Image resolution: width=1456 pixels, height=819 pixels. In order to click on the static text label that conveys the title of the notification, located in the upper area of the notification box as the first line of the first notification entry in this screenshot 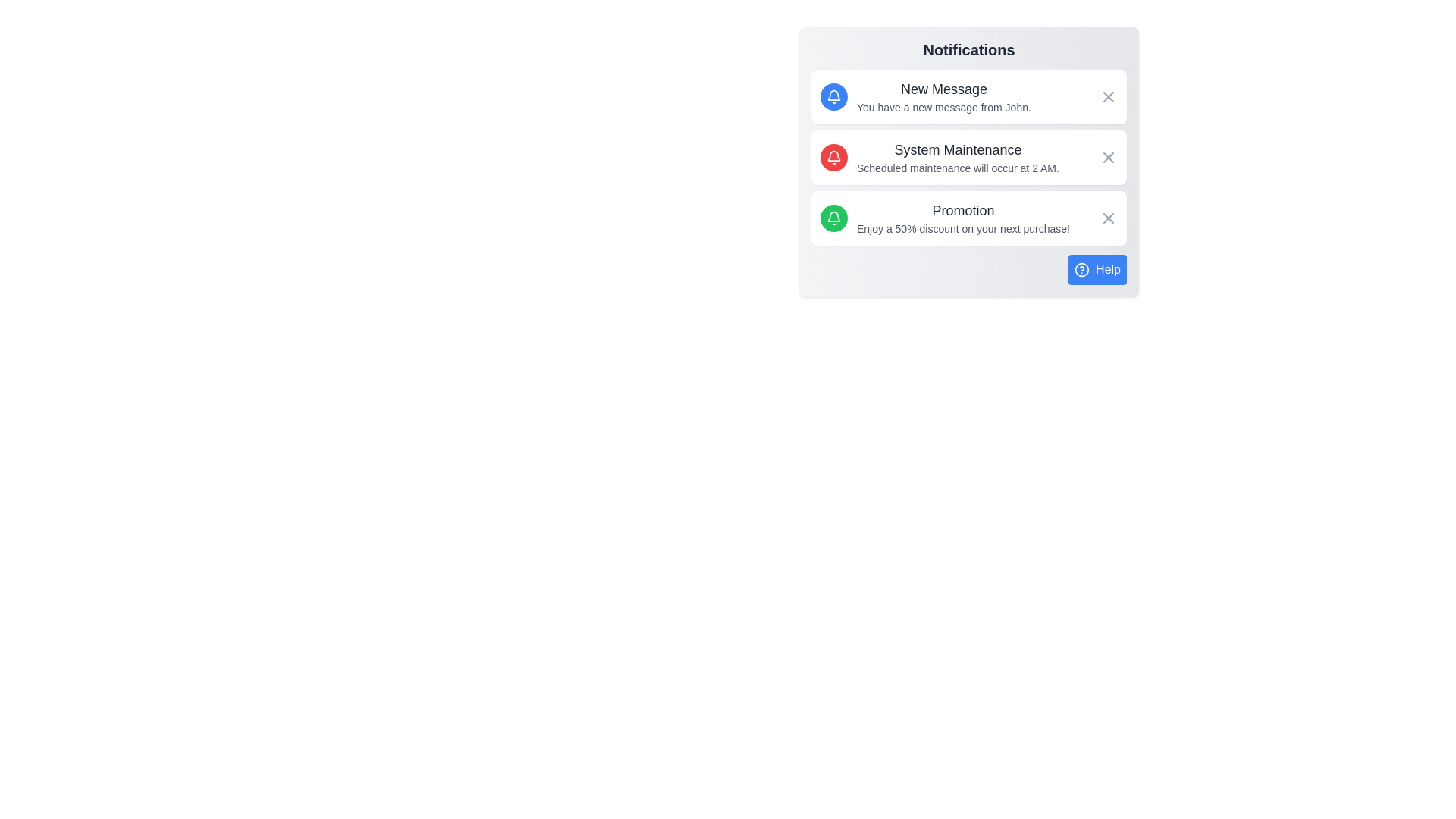, I will do `click(943, 89)`.